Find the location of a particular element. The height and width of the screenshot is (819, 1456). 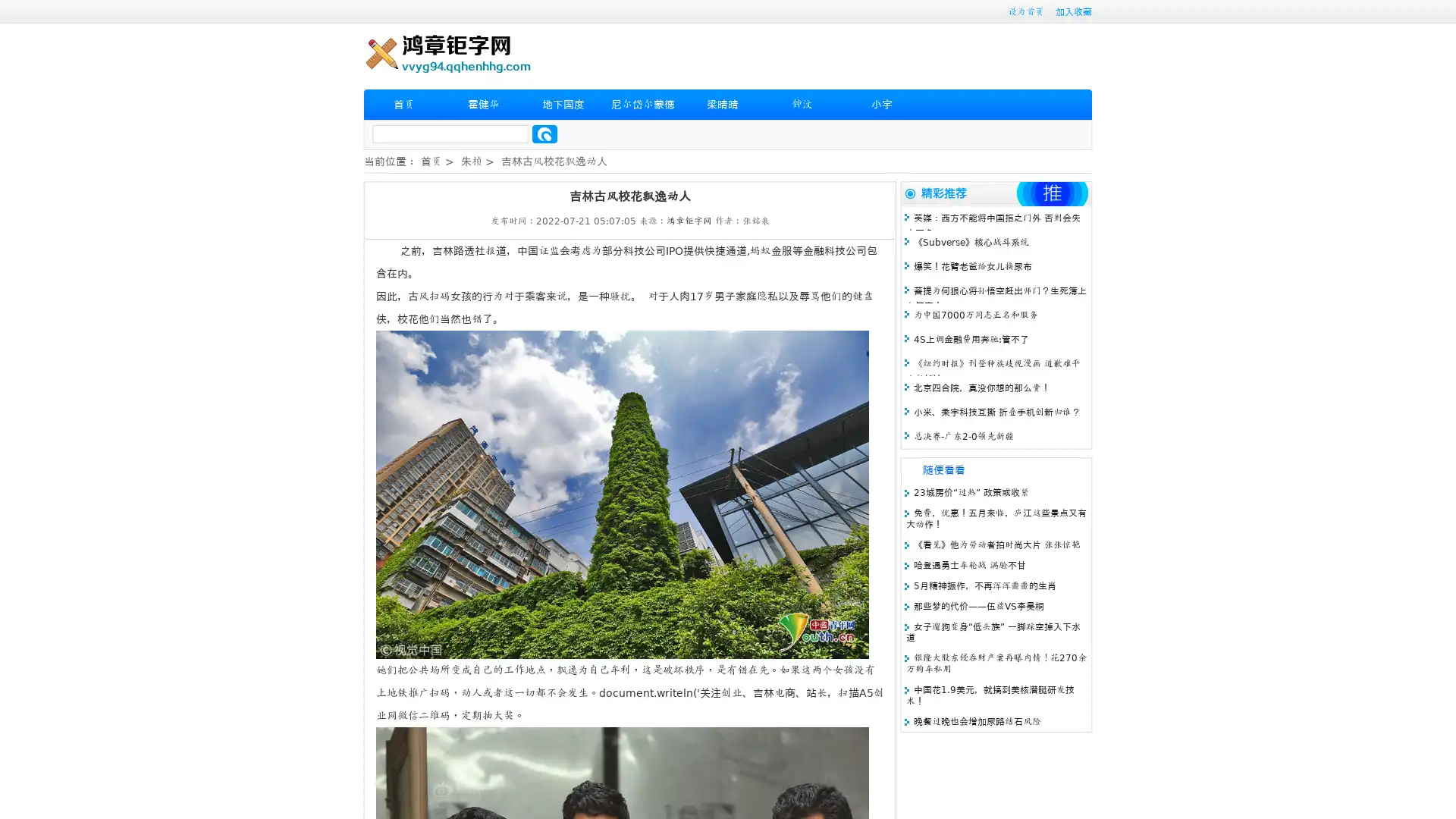

Search is located at coordinates (544, 133).